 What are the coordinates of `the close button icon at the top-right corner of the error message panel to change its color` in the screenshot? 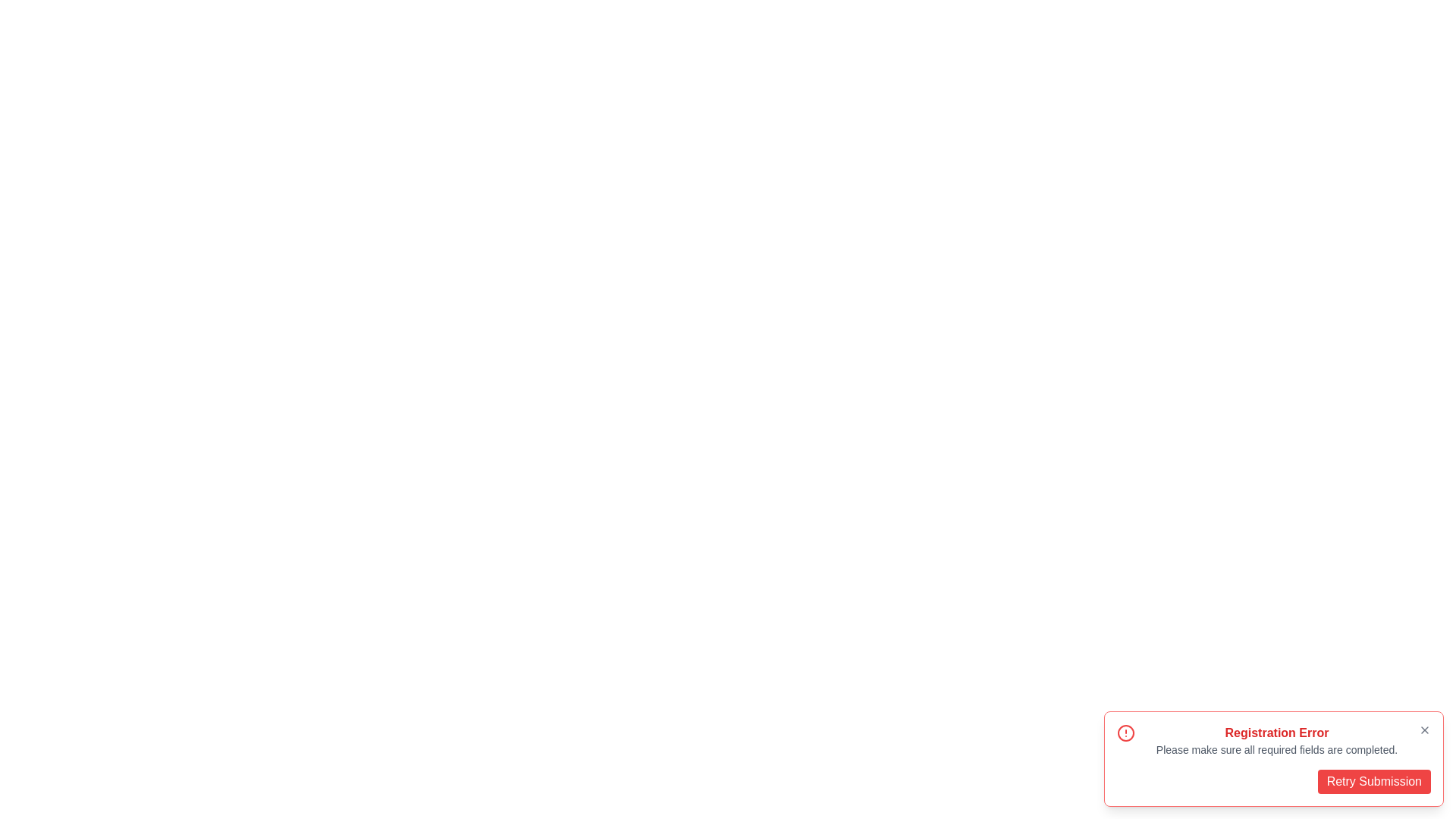 It's located at (1423, 730).